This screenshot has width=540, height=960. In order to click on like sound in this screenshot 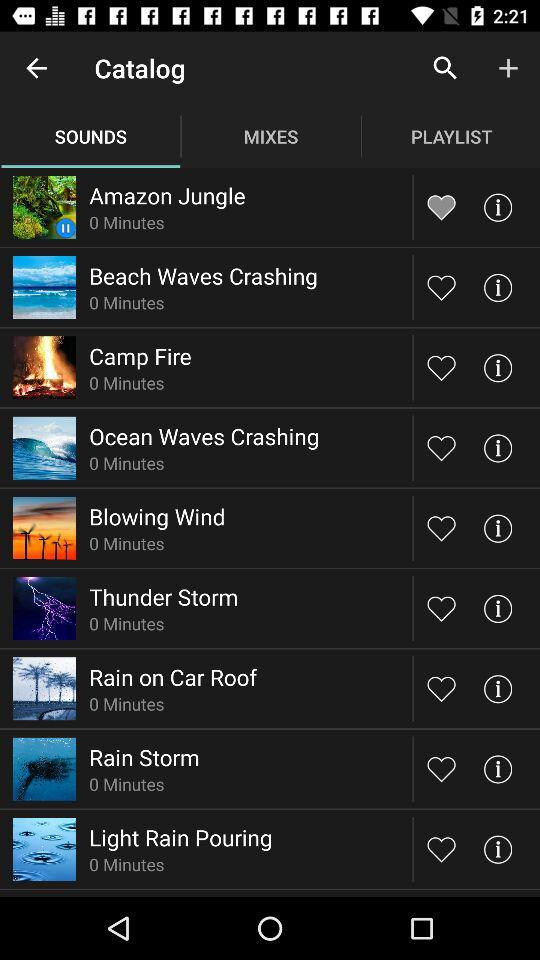, I will do `click(441, 366)`.